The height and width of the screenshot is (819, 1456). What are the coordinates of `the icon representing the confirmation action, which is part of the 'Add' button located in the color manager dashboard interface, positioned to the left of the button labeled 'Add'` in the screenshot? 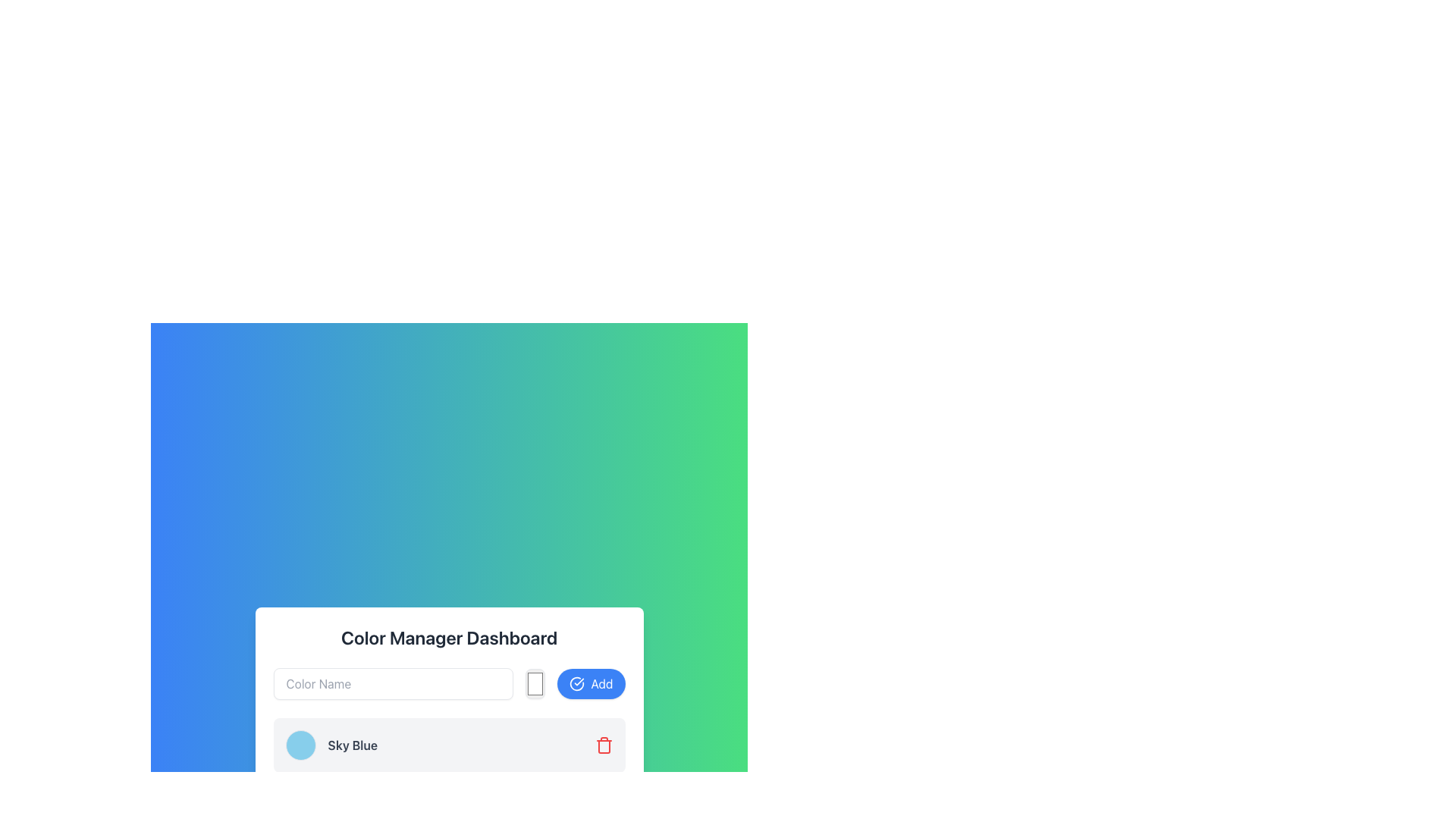 It's located at (576, 684).